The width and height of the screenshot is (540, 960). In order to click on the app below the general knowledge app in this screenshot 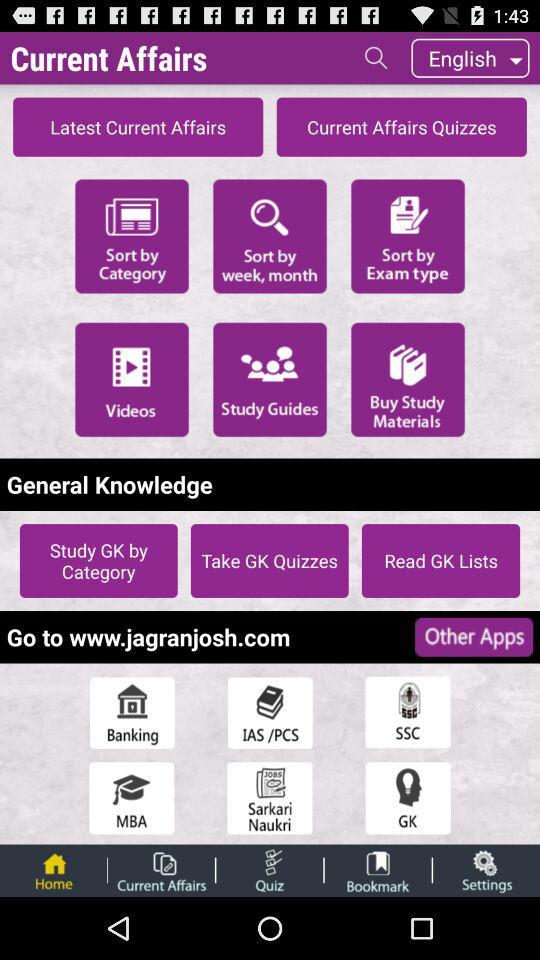, I will do `click(269, 560)`.